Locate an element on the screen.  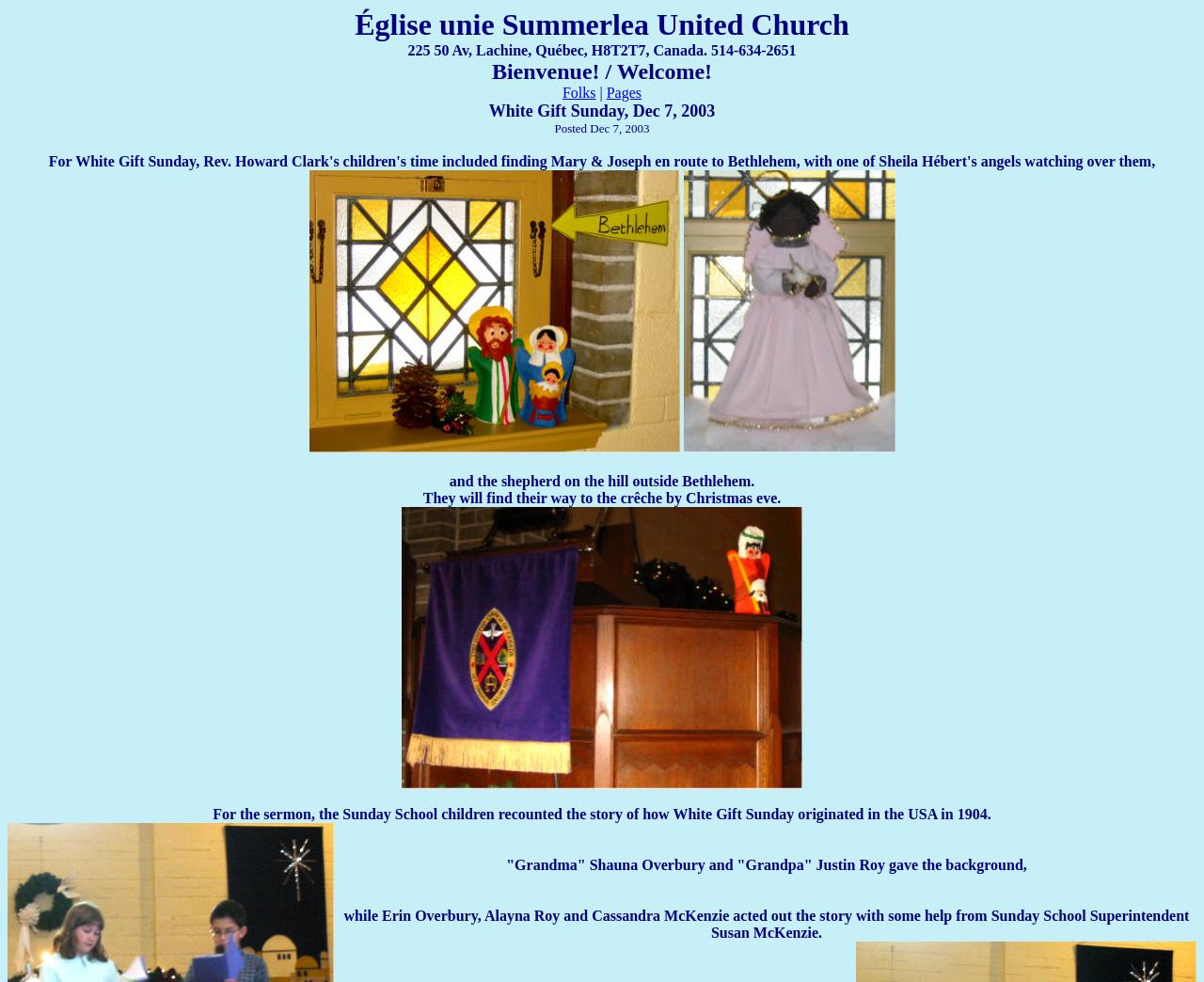
'225 50 Av, Lachine, Québec, H8T2T7, Canada. 514-634-2651' is located at coordinates (600, 49).